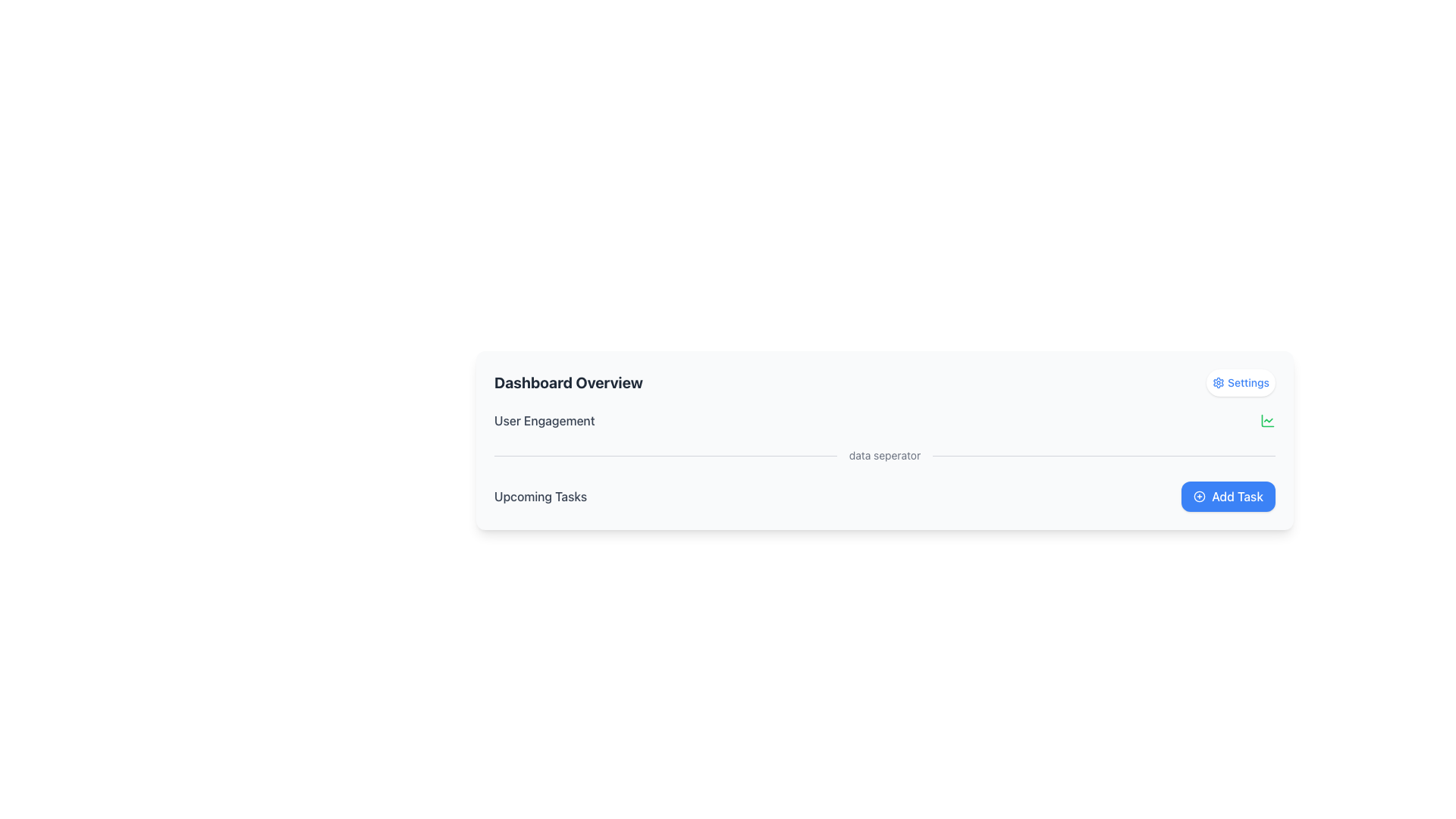 Image resolution: width=1456 pixels, height=819 pixels. What do you see at coordinates (544, 421) in the screenshot?
I see `the 'User Engagement' text label, which is a gray-colored label with medium font weight located at the top section of the interface` at bounding box center [544, 421].